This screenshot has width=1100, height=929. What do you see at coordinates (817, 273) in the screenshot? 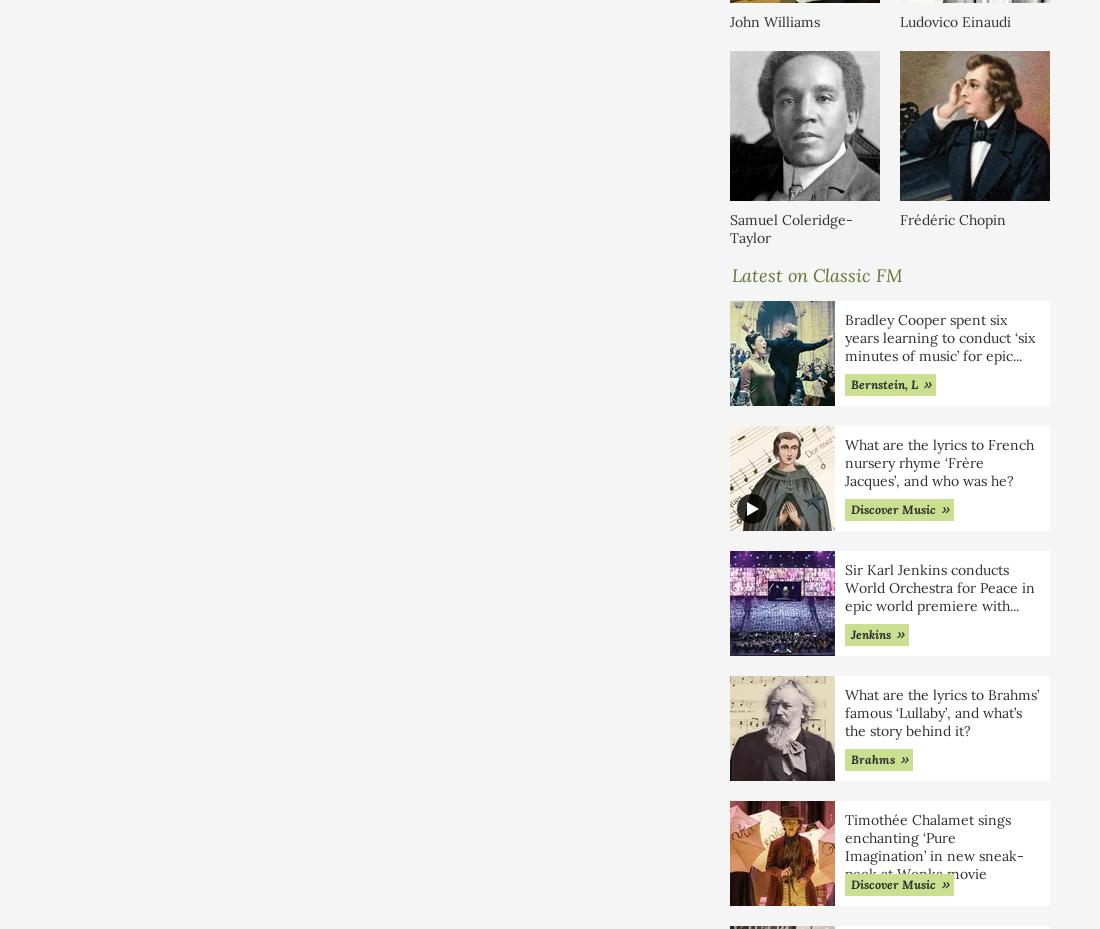
I see `'Latest on Classic FM'` at bounding box center [817, 273].